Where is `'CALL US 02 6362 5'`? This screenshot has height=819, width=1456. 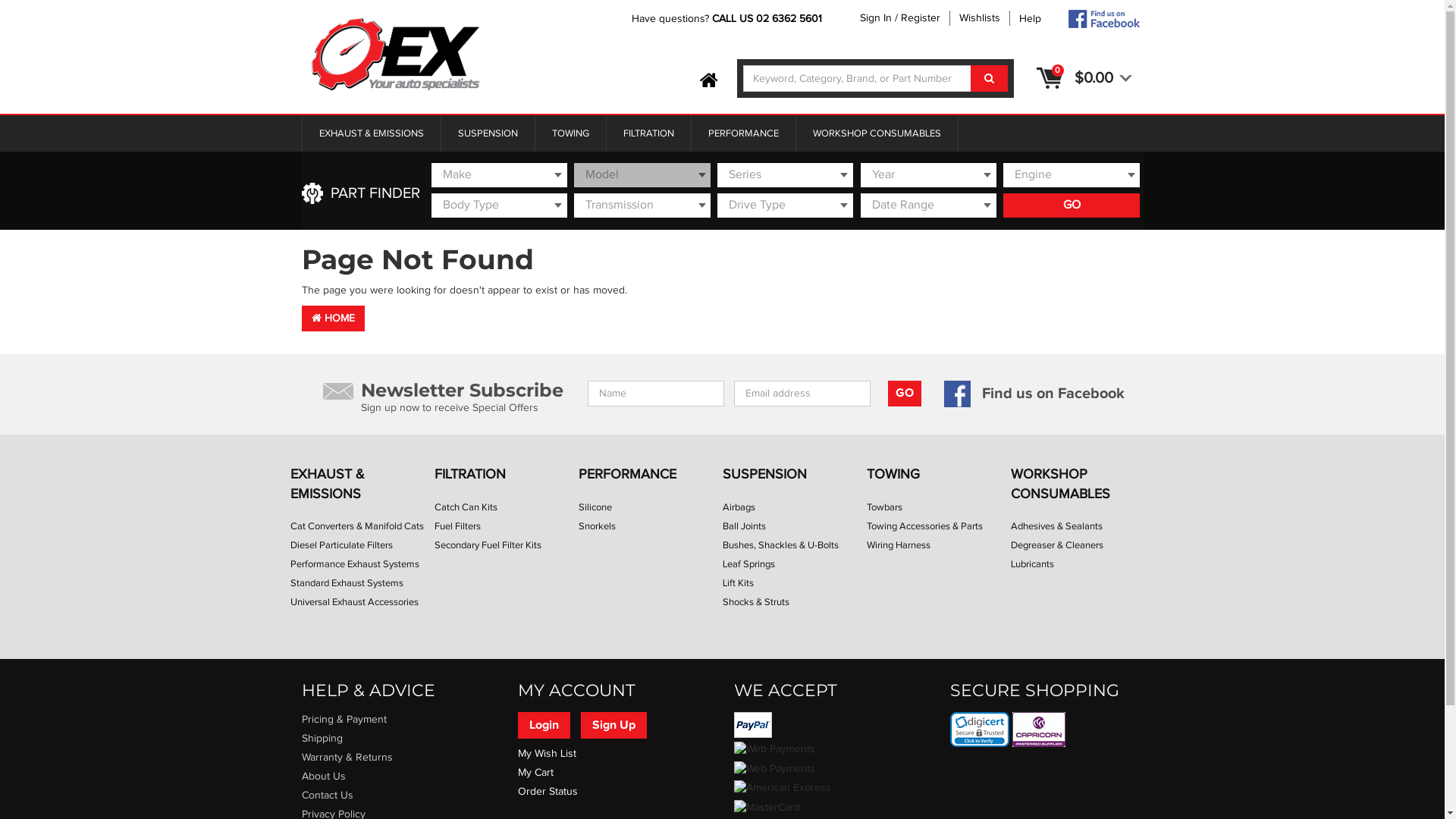
'CALL US 02 6362 5' is located at coordinates (758, 18).